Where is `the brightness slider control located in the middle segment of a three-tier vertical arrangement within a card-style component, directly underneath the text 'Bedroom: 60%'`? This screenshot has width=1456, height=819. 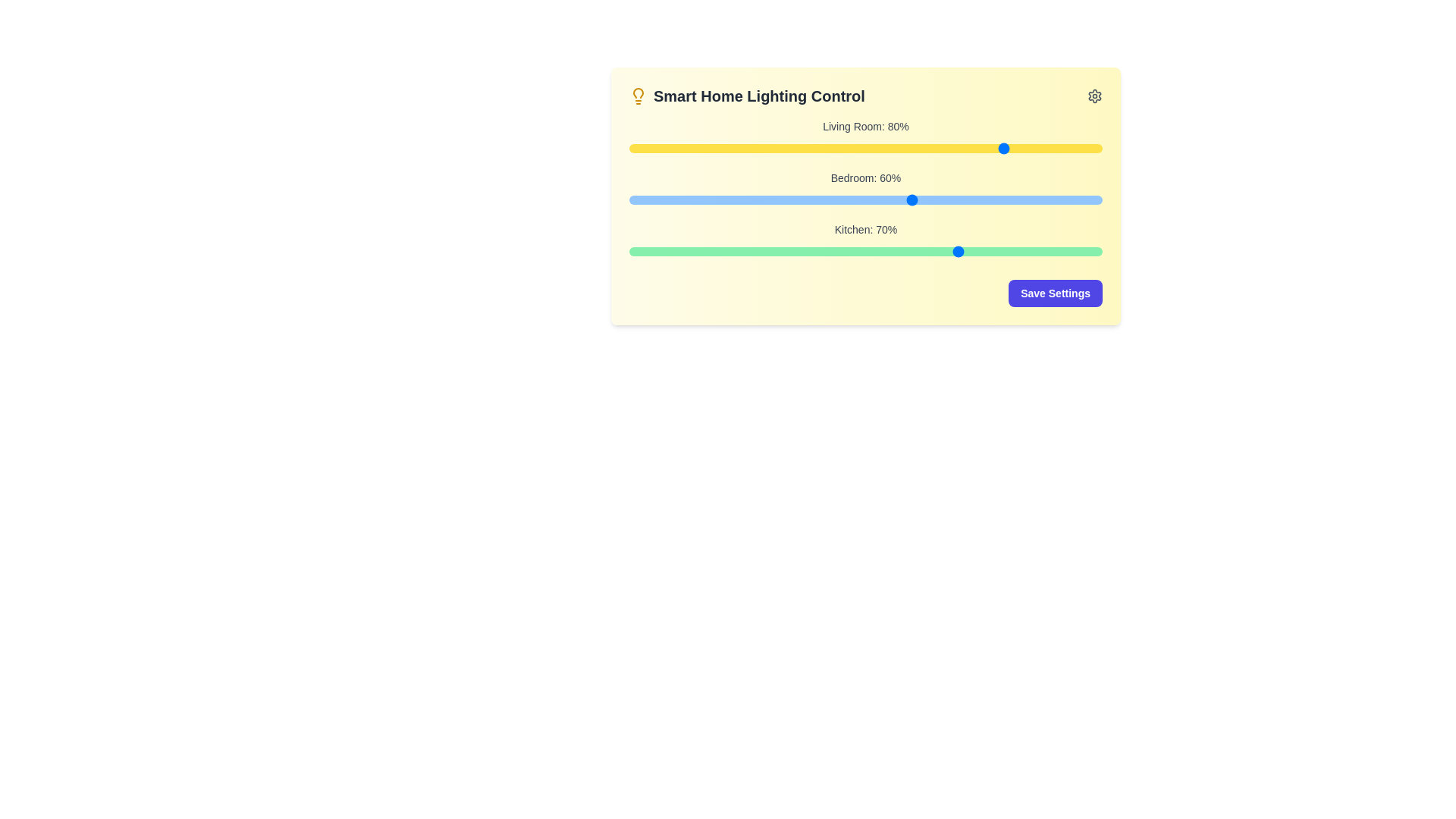 the brightness slider control located in the middle segment of a three-tier vertical arrangement within a card-style component, directly underneath the text 'Bedroom: 60%' is located at coordinates (866, 199).